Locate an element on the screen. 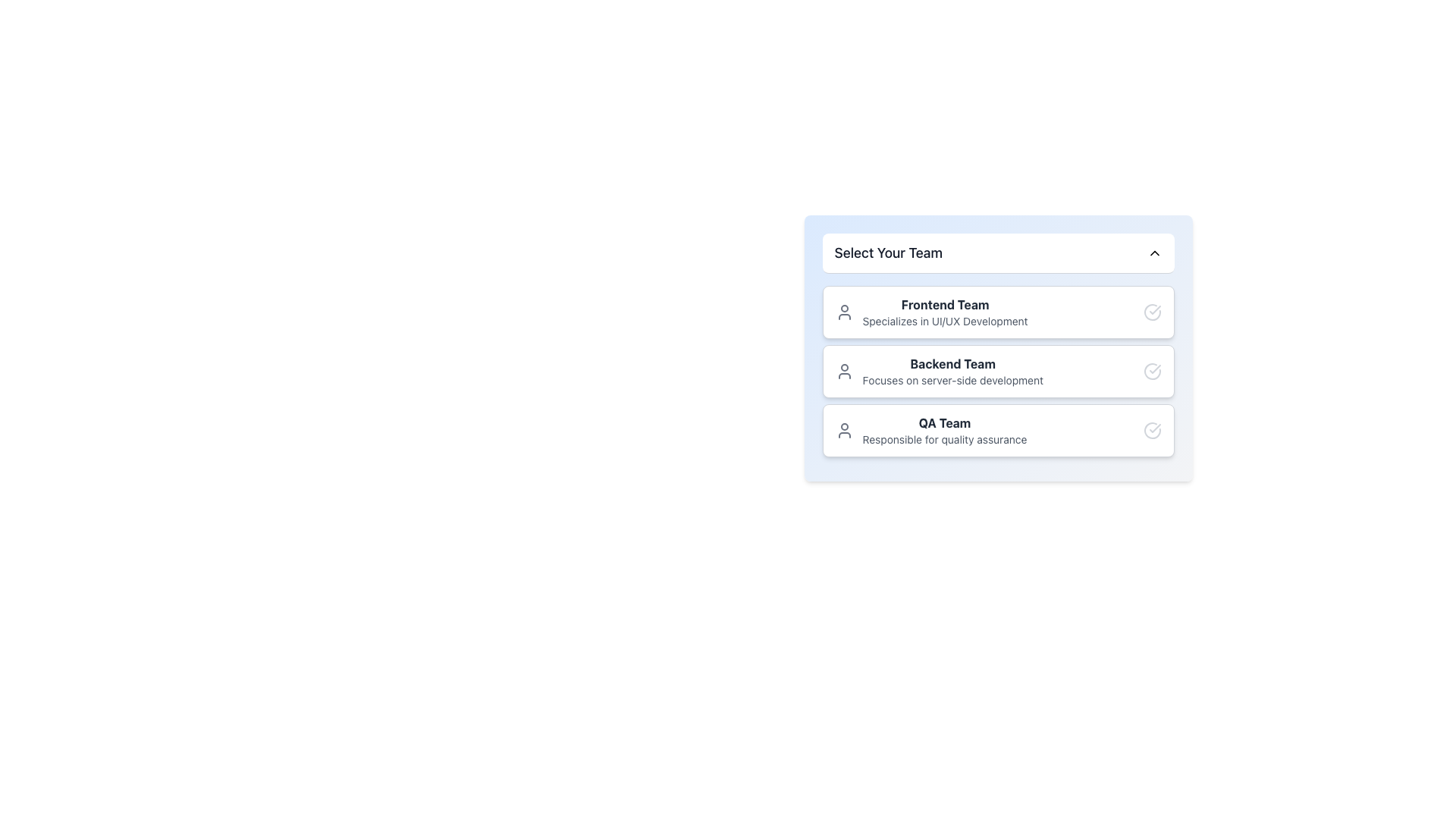  the textual block displaying 'Frontend Team' and 'Specializes in UI/UX Development', which is the first card in the team selection list is located at coordinates (930, 312).